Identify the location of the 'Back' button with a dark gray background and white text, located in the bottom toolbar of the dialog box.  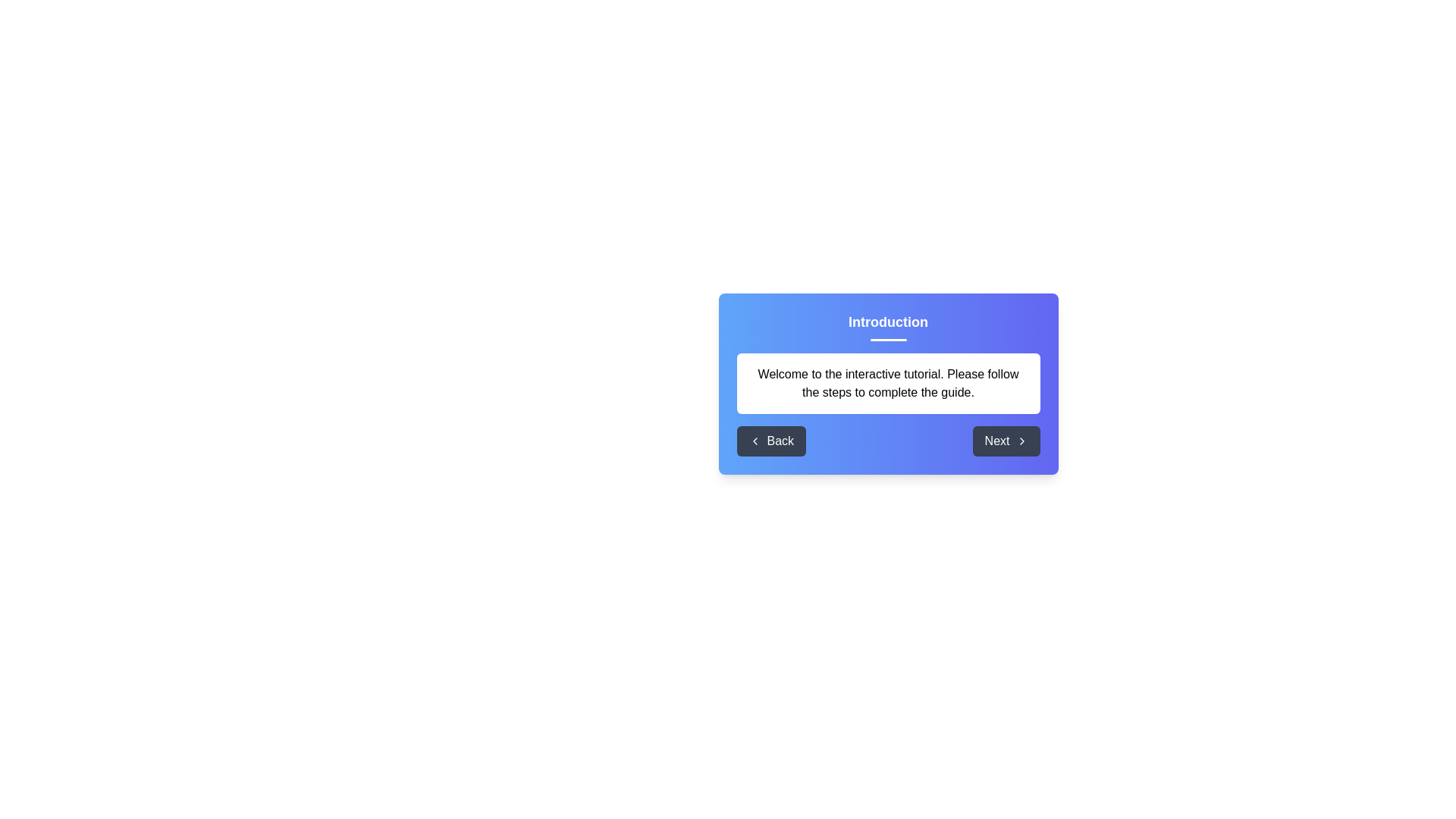
(771, 441).